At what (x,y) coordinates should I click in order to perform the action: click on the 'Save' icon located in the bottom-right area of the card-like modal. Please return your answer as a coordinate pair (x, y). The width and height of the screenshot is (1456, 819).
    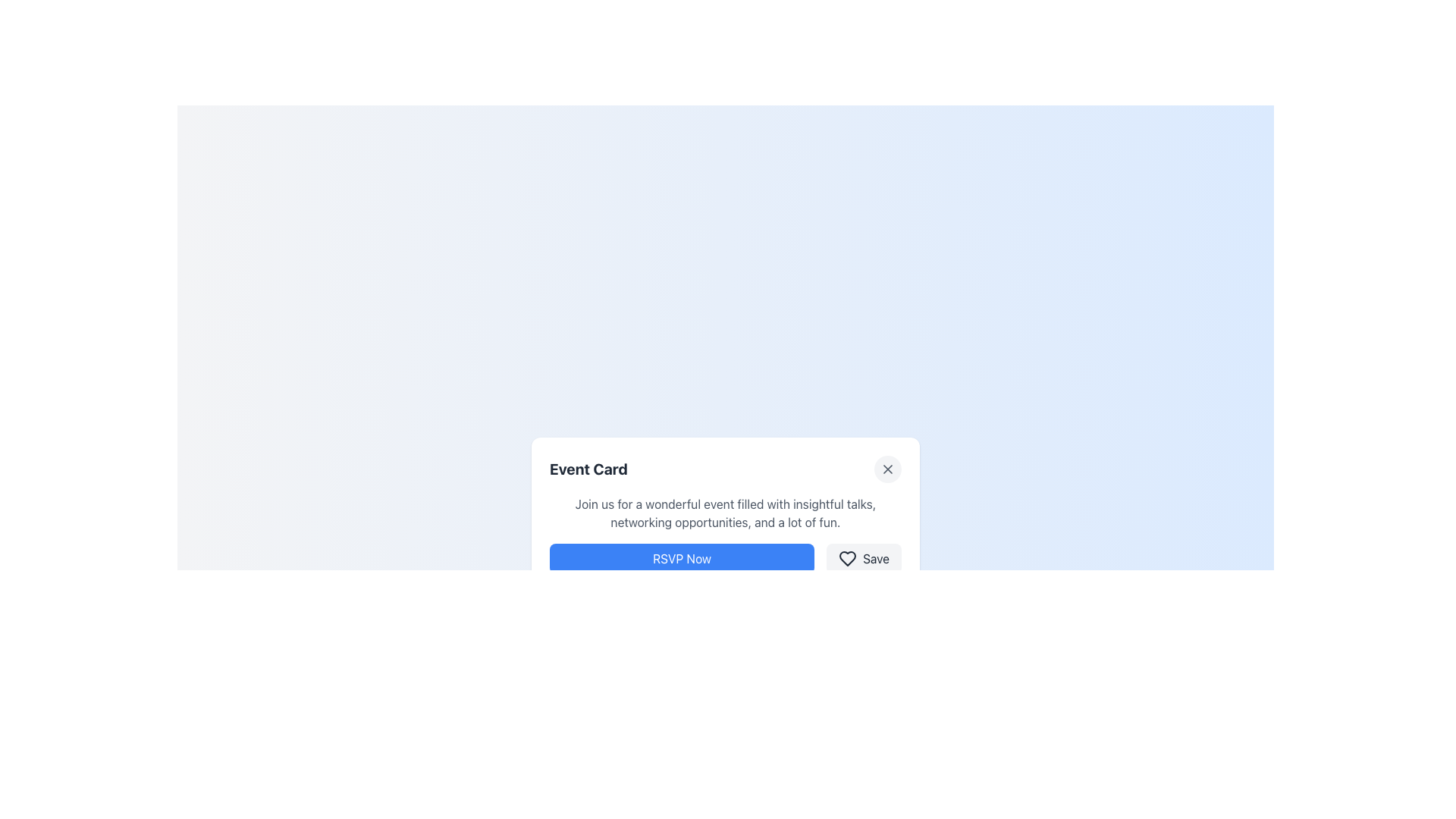
    Looking at the image, I should click on (847, 558).